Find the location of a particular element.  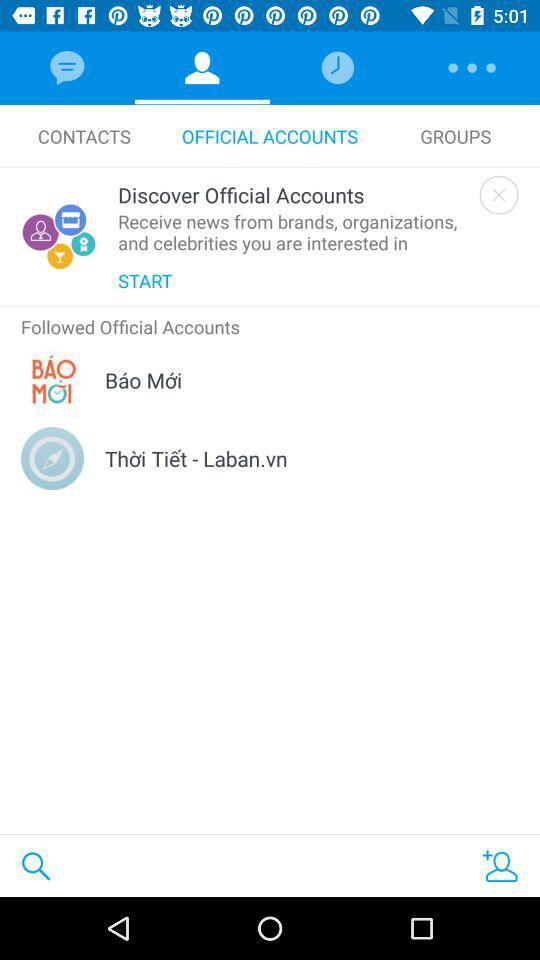

the groups icon is located at coordinates (455, 135).